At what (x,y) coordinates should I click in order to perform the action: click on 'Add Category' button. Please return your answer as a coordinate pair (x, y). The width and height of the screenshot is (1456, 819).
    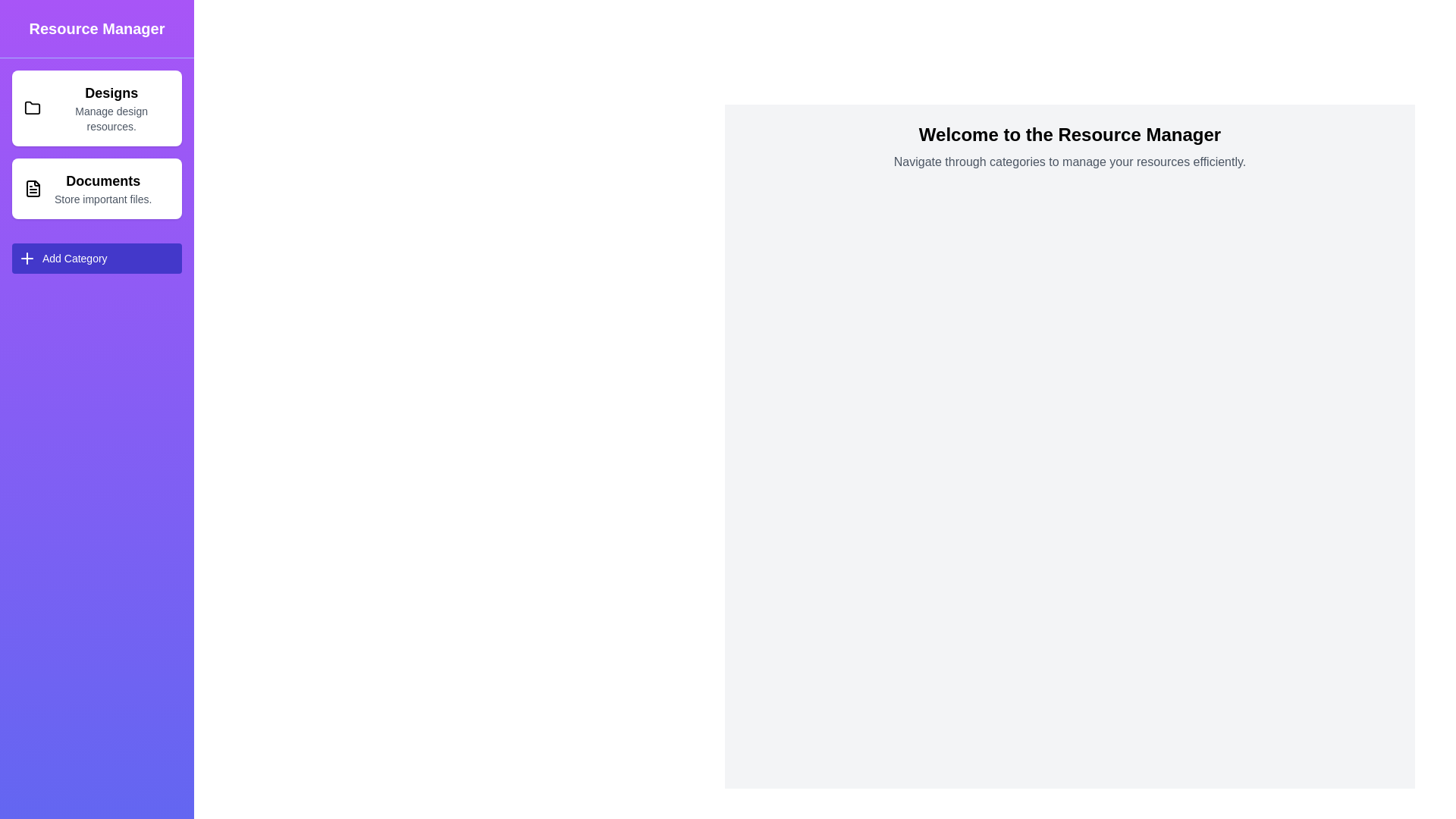
    Looking at the image, I should click on (96, 257).